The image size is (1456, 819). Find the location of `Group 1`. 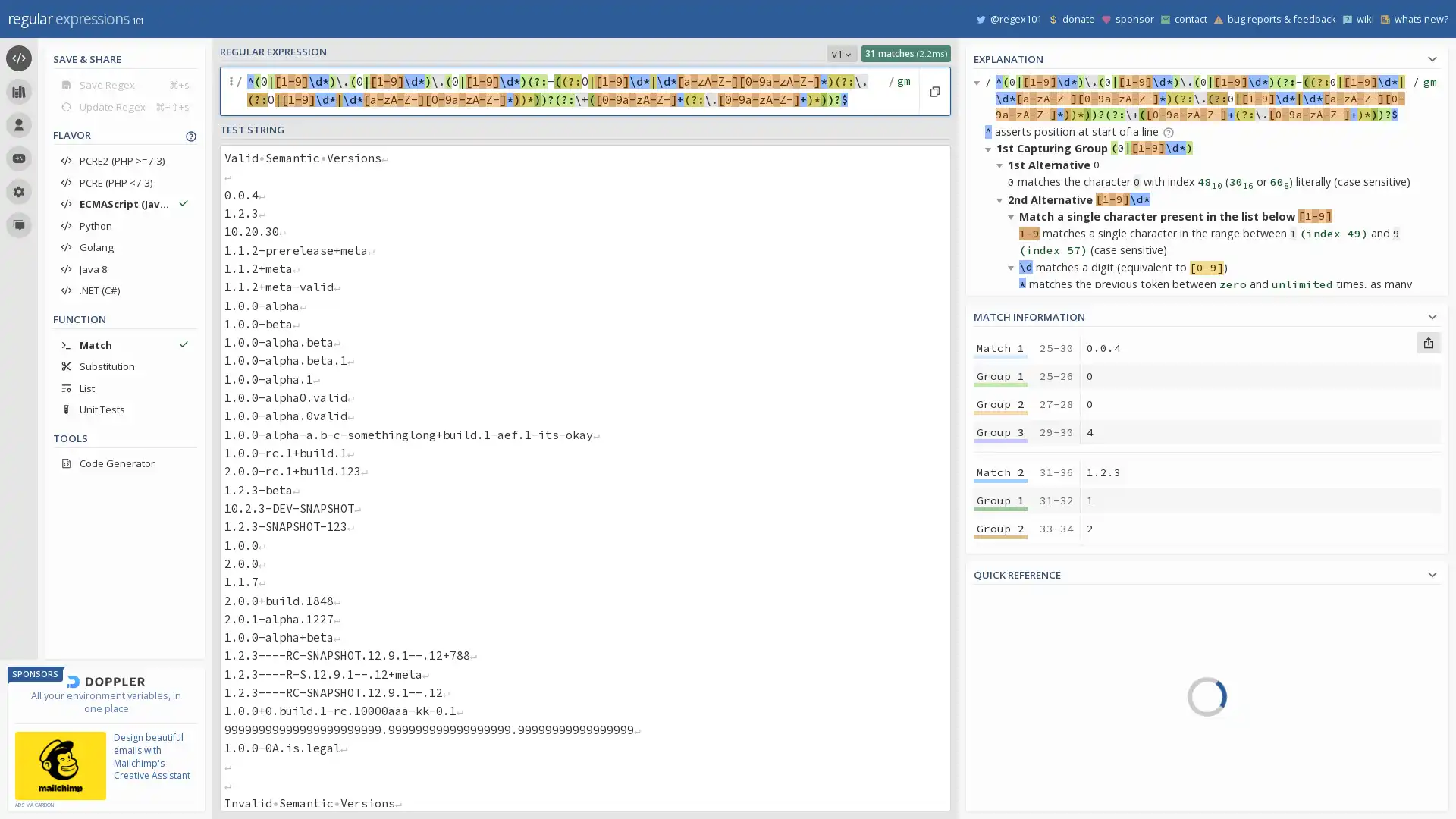

Group 1 is located at coordinates (1000, 625).